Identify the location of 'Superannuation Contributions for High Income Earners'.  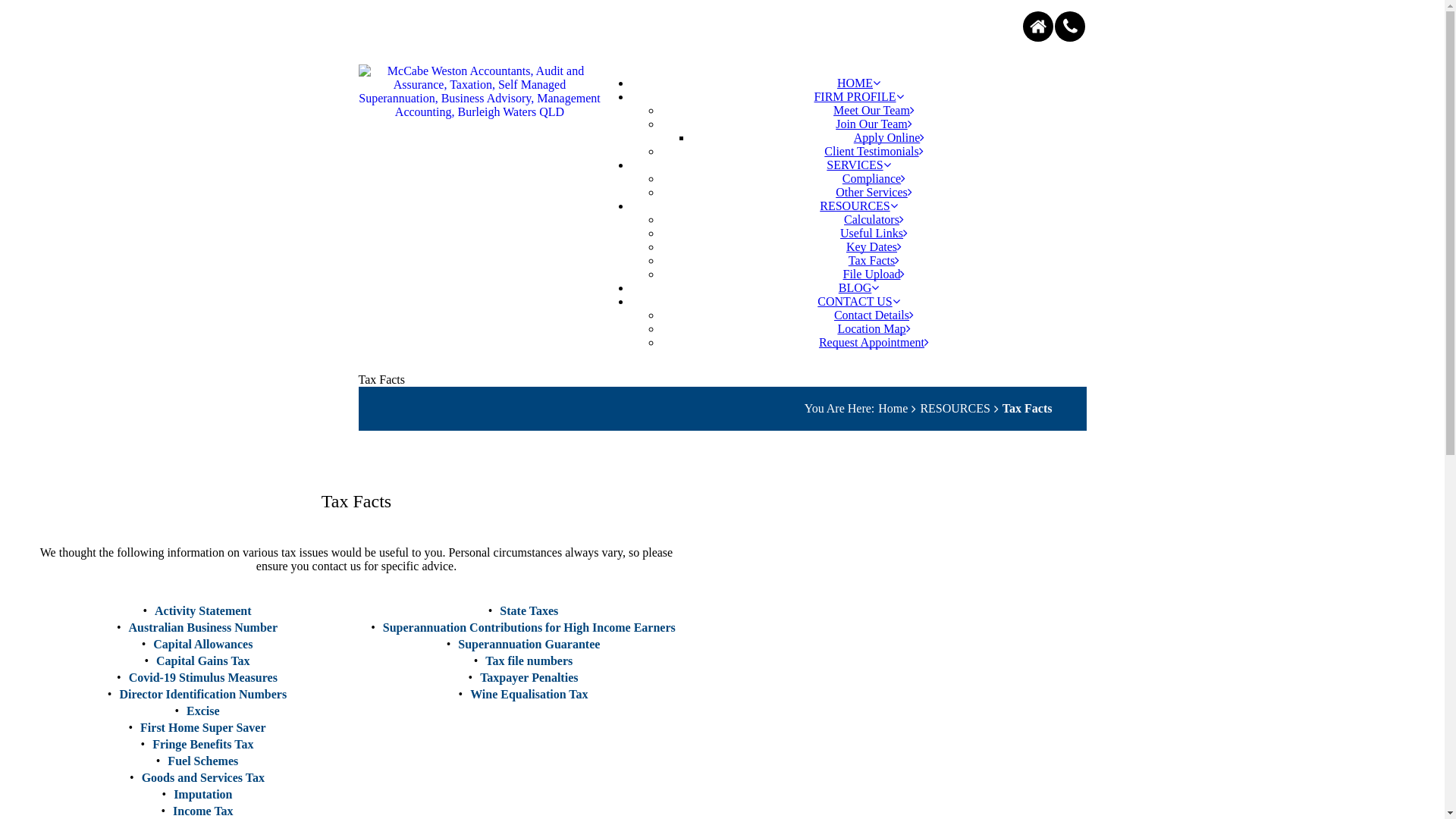
(529, 627).